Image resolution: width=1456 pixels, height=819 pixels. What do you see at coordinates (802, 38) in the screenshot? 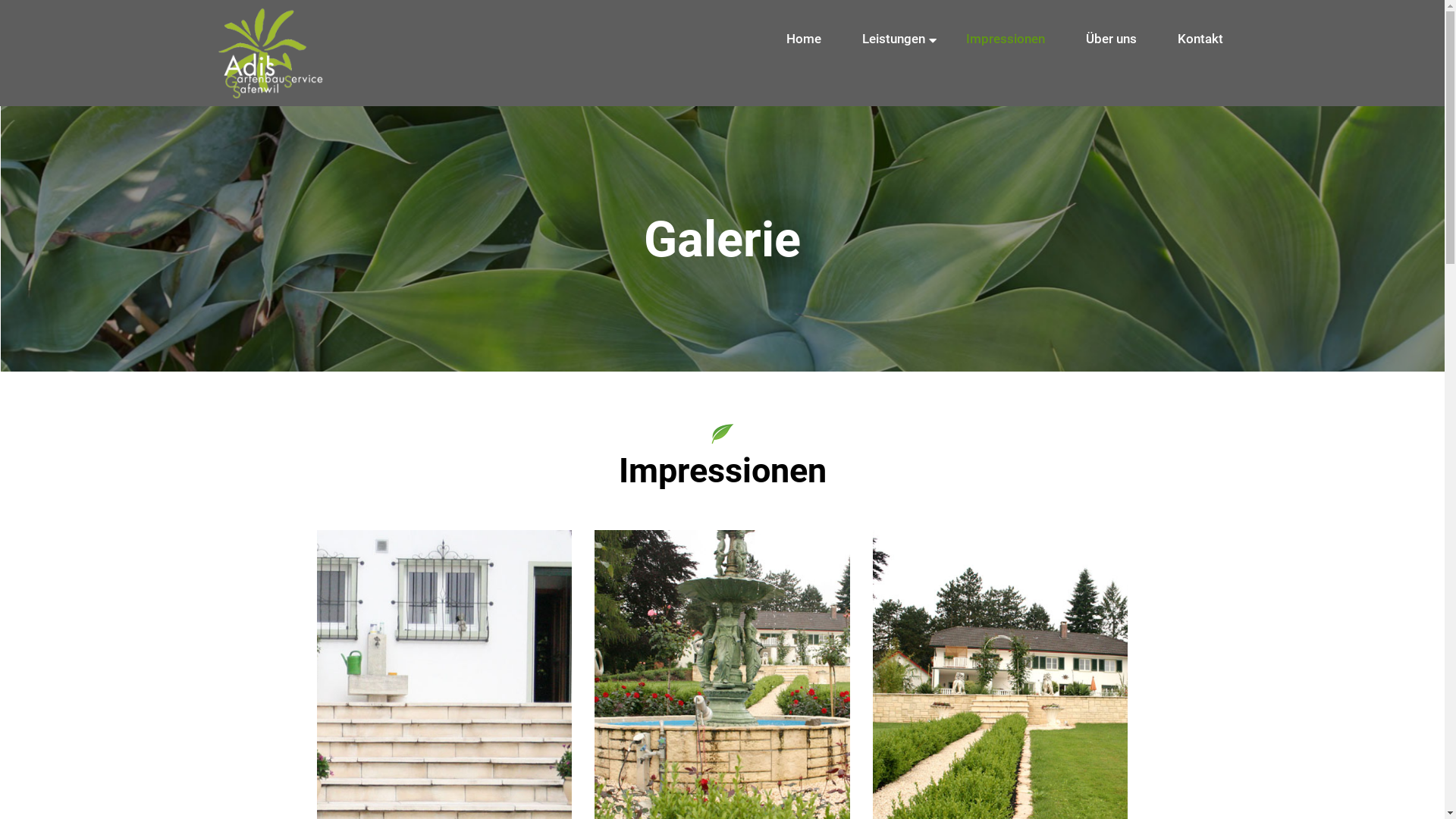
I see `'Home'` at bounding box center [802, 38].